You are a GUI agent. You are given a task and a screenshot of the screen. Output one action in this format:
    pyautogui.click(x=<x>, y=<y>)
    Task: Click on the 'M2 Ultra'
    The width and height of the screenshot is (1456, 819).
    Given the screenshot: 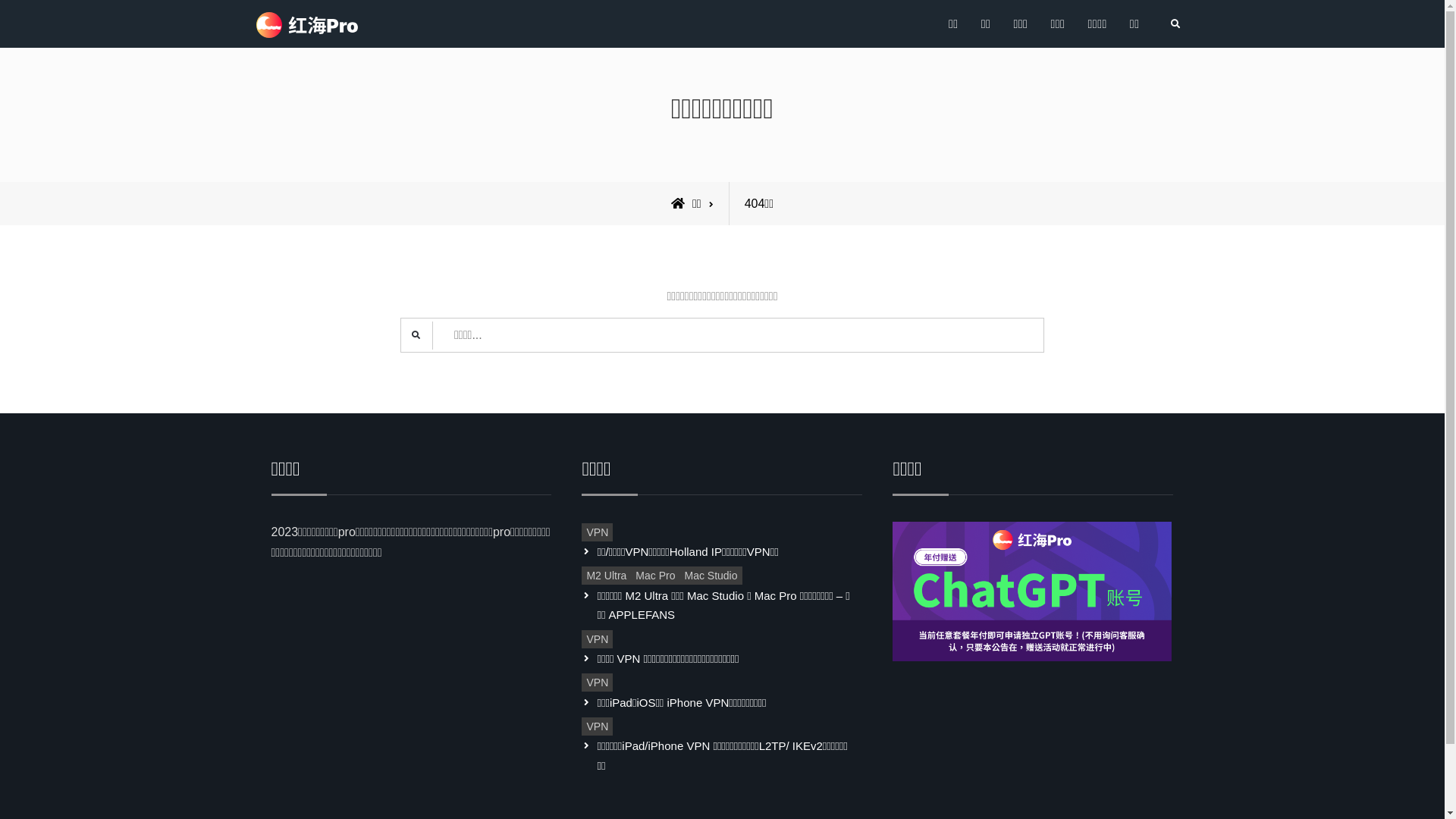 What is the action you would take?
    pyautogui.click(x=605, y=576)
    